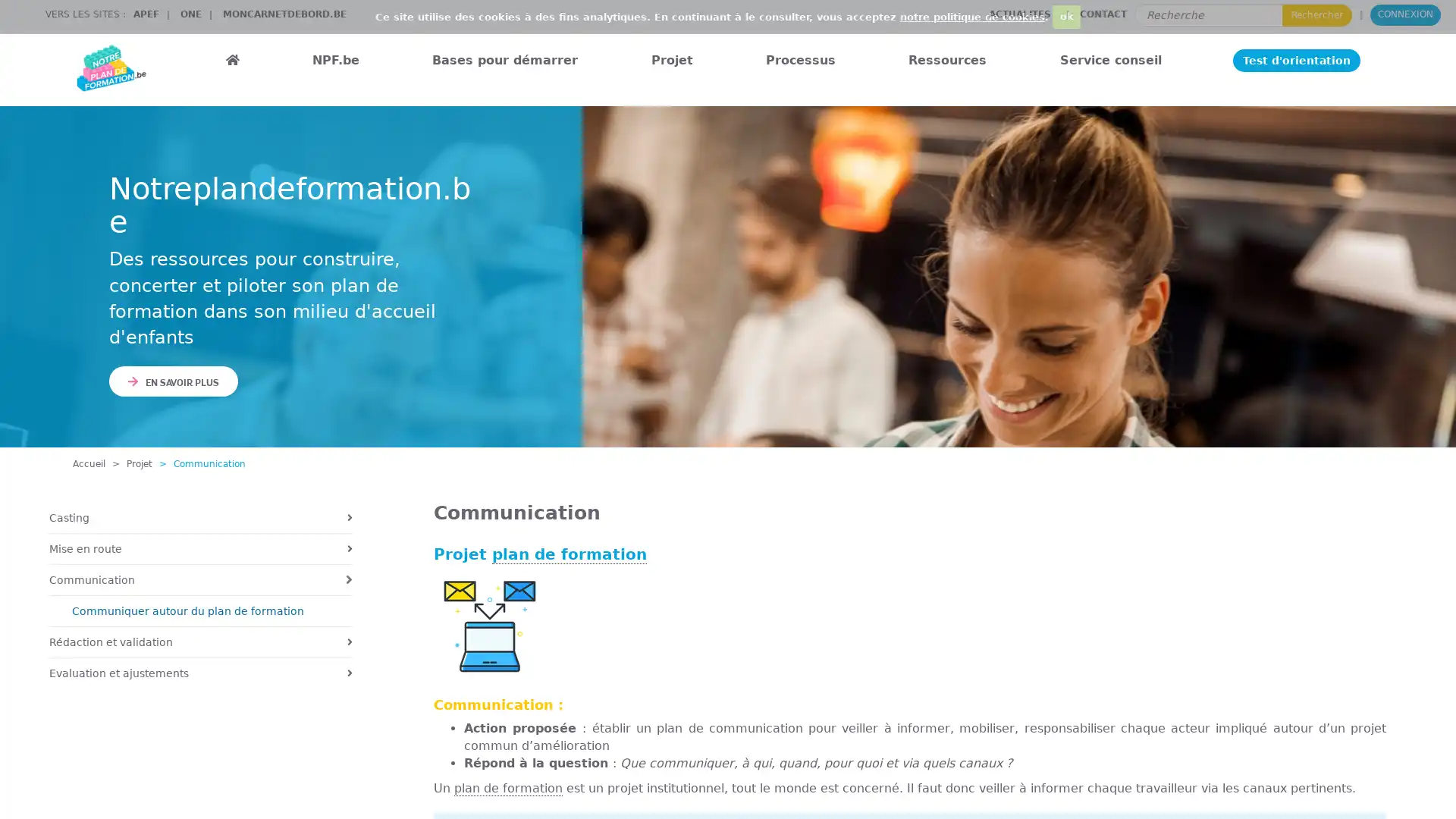  Describe the element at coordinates (1316, 14) in the screenshot. I see `Rechercher` at that location.